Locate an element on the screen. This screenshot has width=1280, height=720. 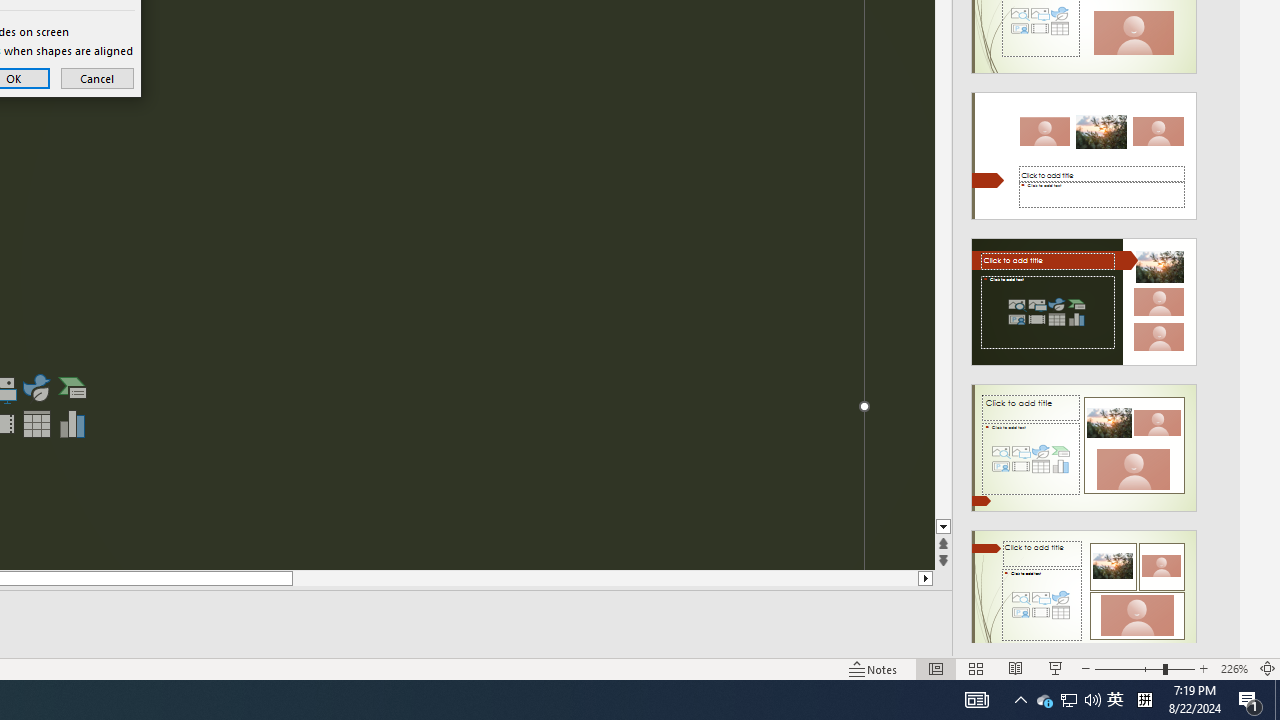
'Zoom 226%' is located at coordinates (1233, 669).